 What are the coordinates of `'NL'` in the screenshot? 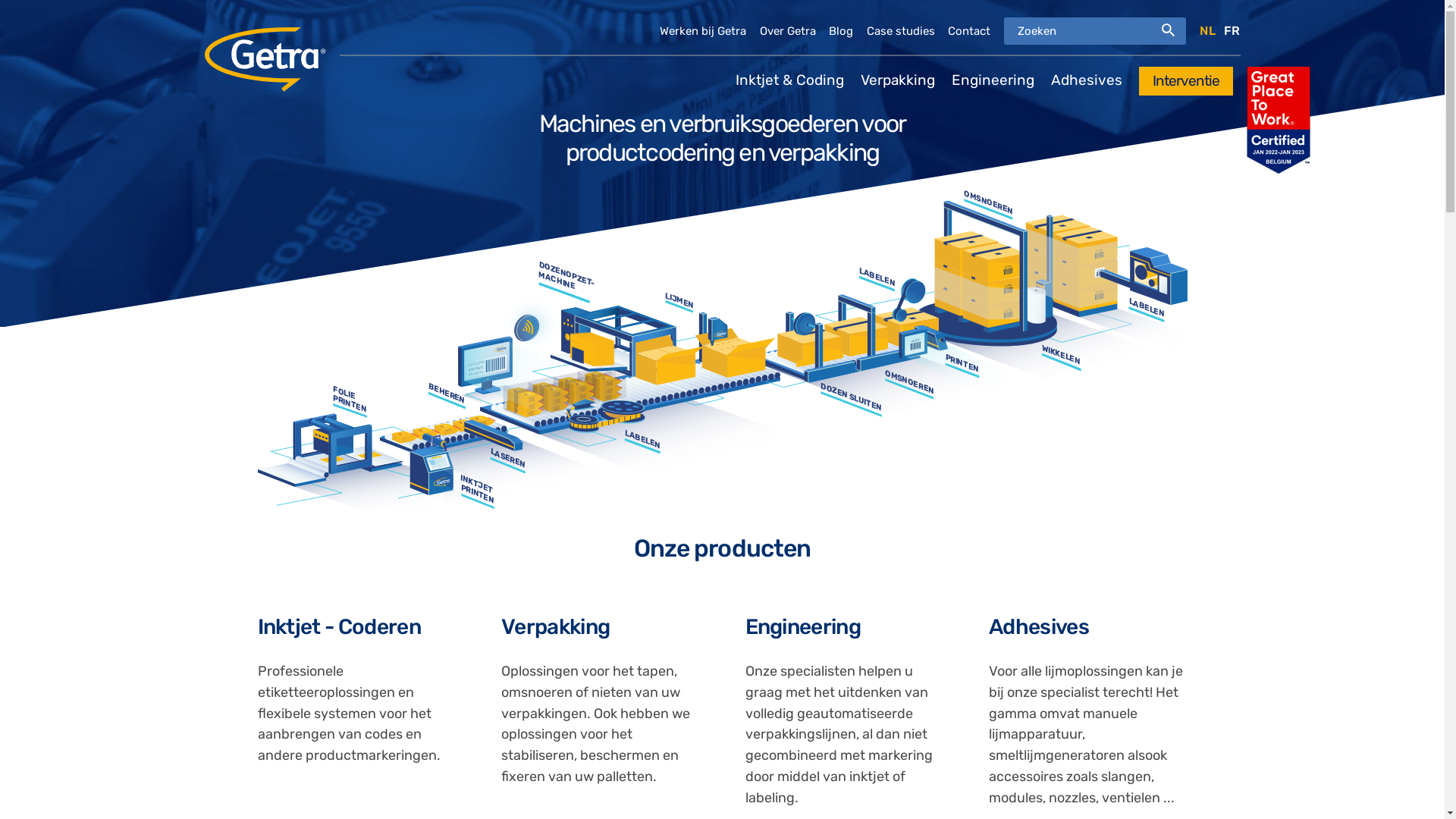 It's located at (1207, 30).